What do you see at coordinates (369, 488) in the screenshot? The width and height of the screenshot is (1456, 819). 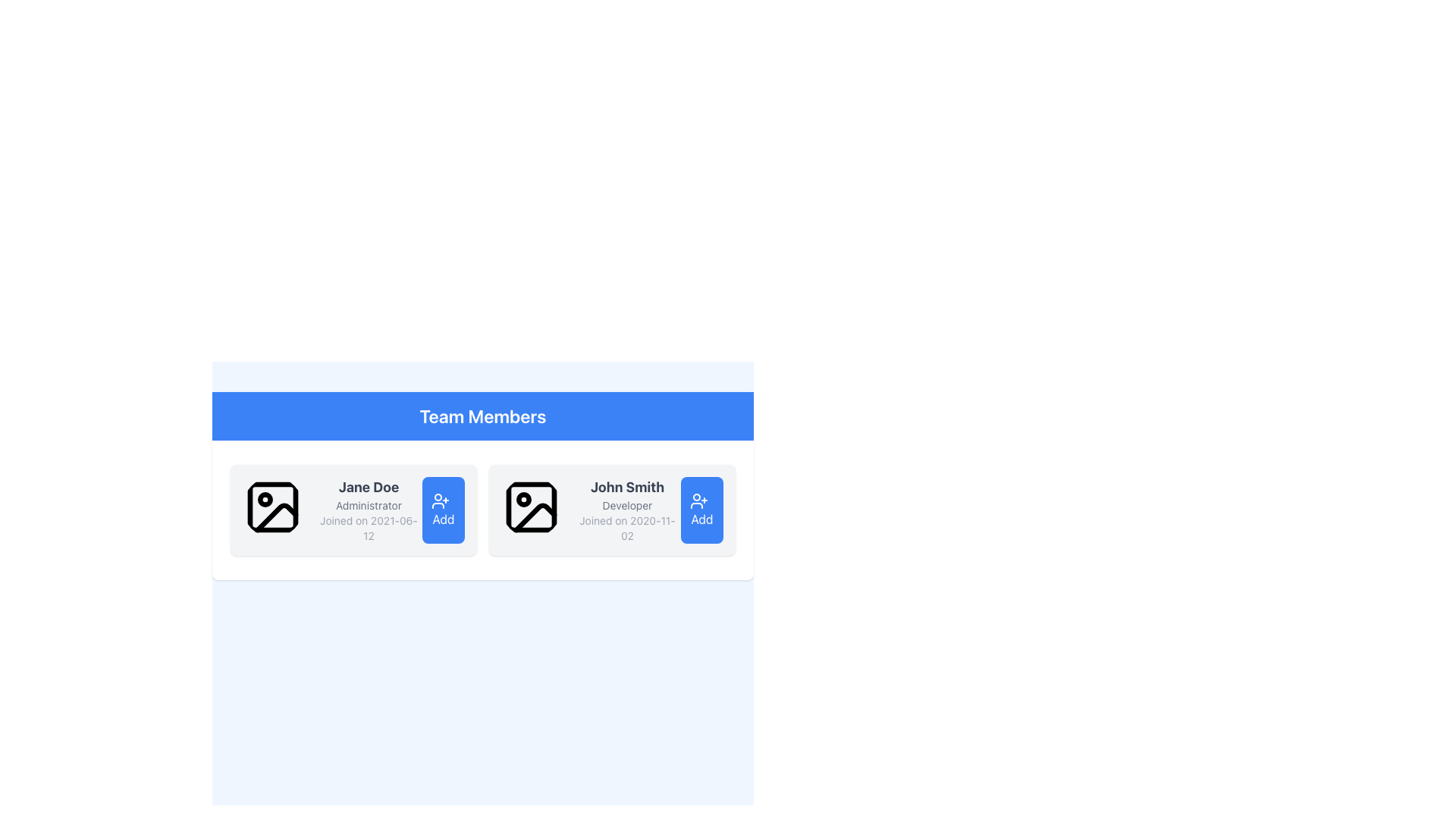 I see `the text 'Jane Doe' for copying from the team member card, which is prominently displayed in a bold and large font at the top-left corner of the card` at bounding box center [369, 488].